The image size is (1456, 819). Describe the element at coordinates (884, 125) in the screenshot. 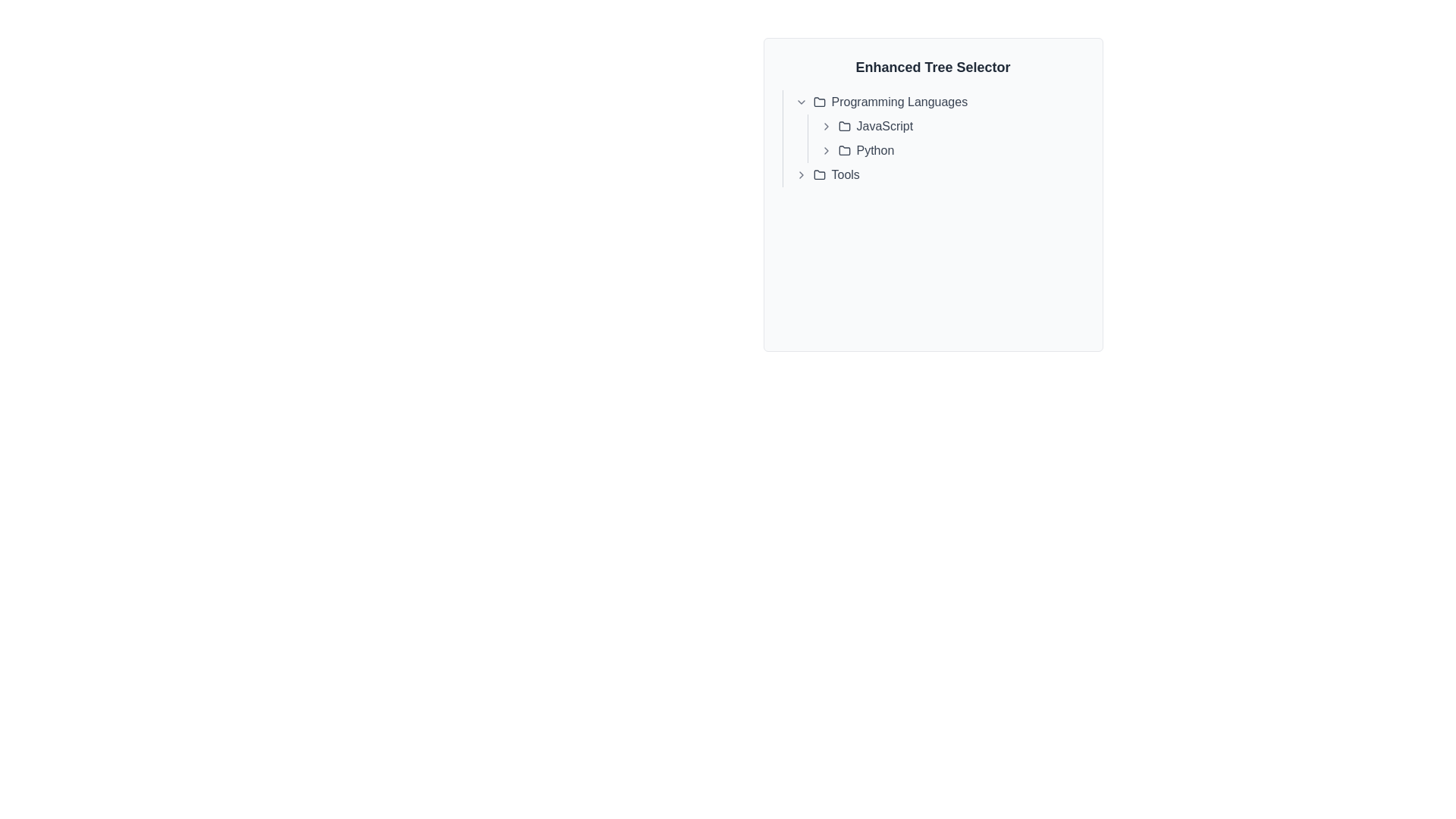

I see `the text label reading 'JavaScript'` at that location.